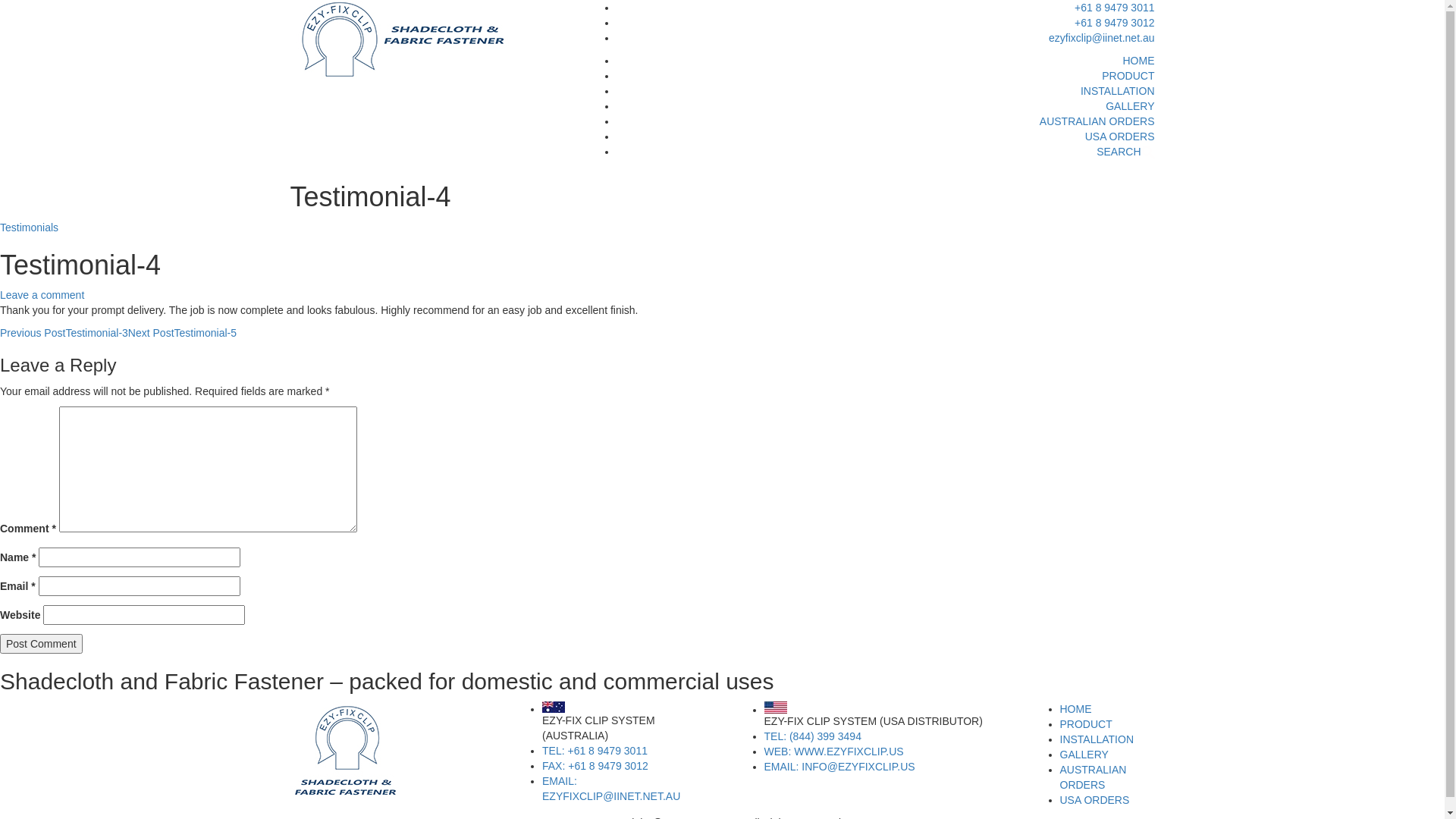 Image resolution: width=1456 pixels, height=819 pixels. Describe the element at coordinates (833, 752) in the screenshot. I see `'WEB: WWW.EZYFIXCLIP.US'` at that location.